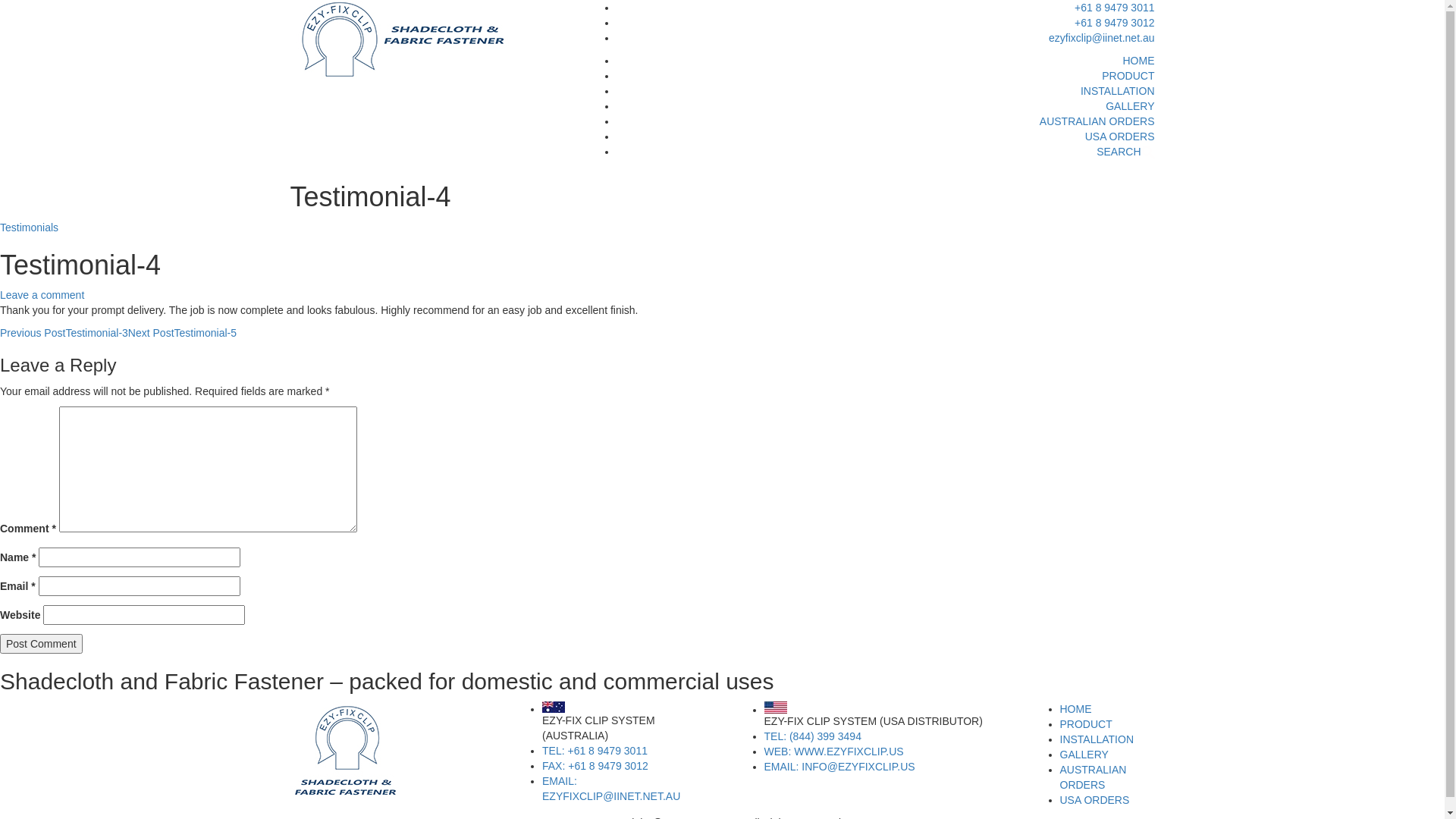 Image resolution: width=1456 pixels, height=819 pixels. Describe the element at coordinates (833, 752) in the screenshot. I see `'WEB: WWW.EZYFIXCLIP.US'` at that location.